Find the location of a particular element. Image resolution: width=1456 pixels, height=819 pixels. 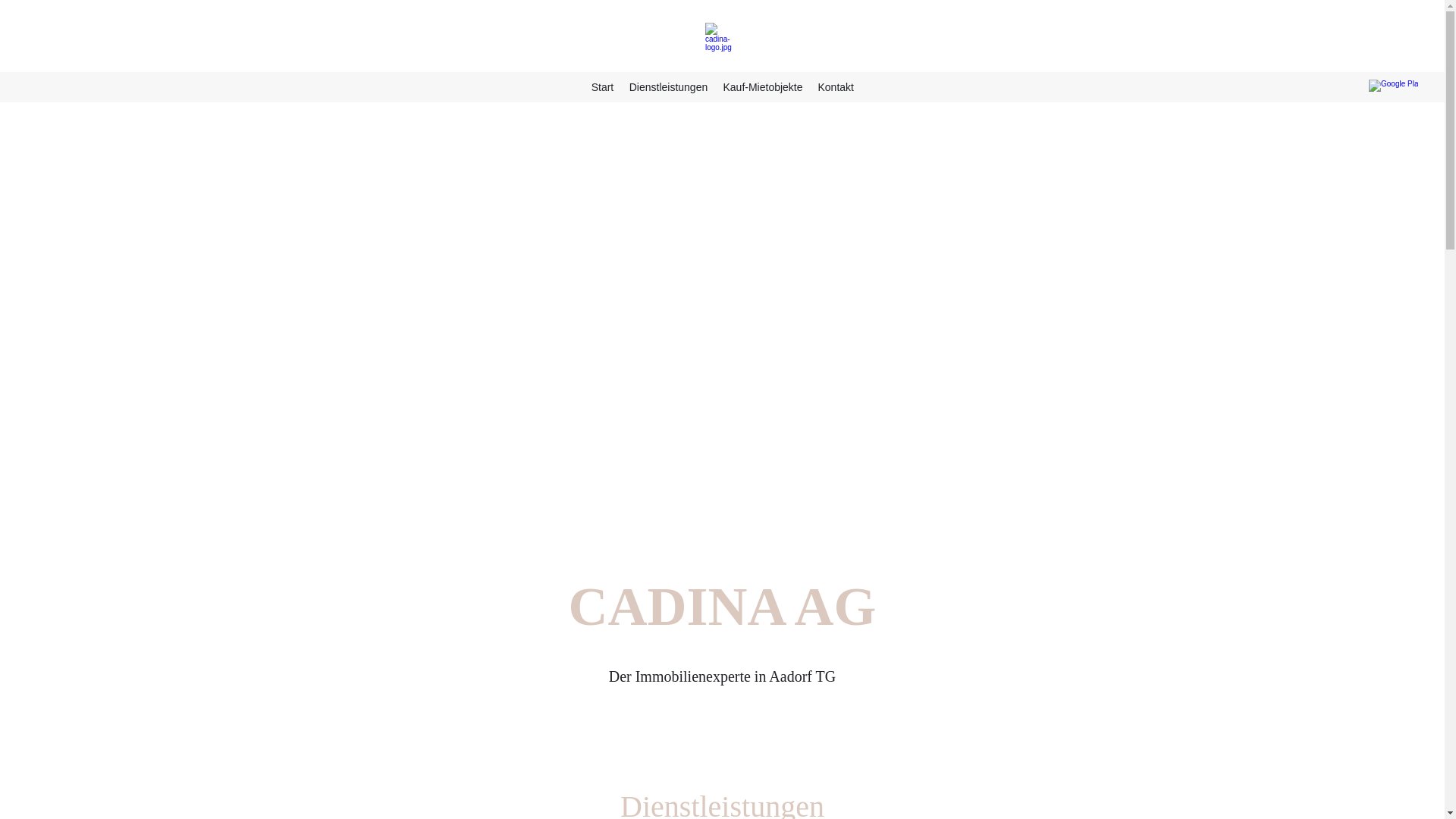

'Kauf-Mietobjekte' is located at coordinates (762, 87).